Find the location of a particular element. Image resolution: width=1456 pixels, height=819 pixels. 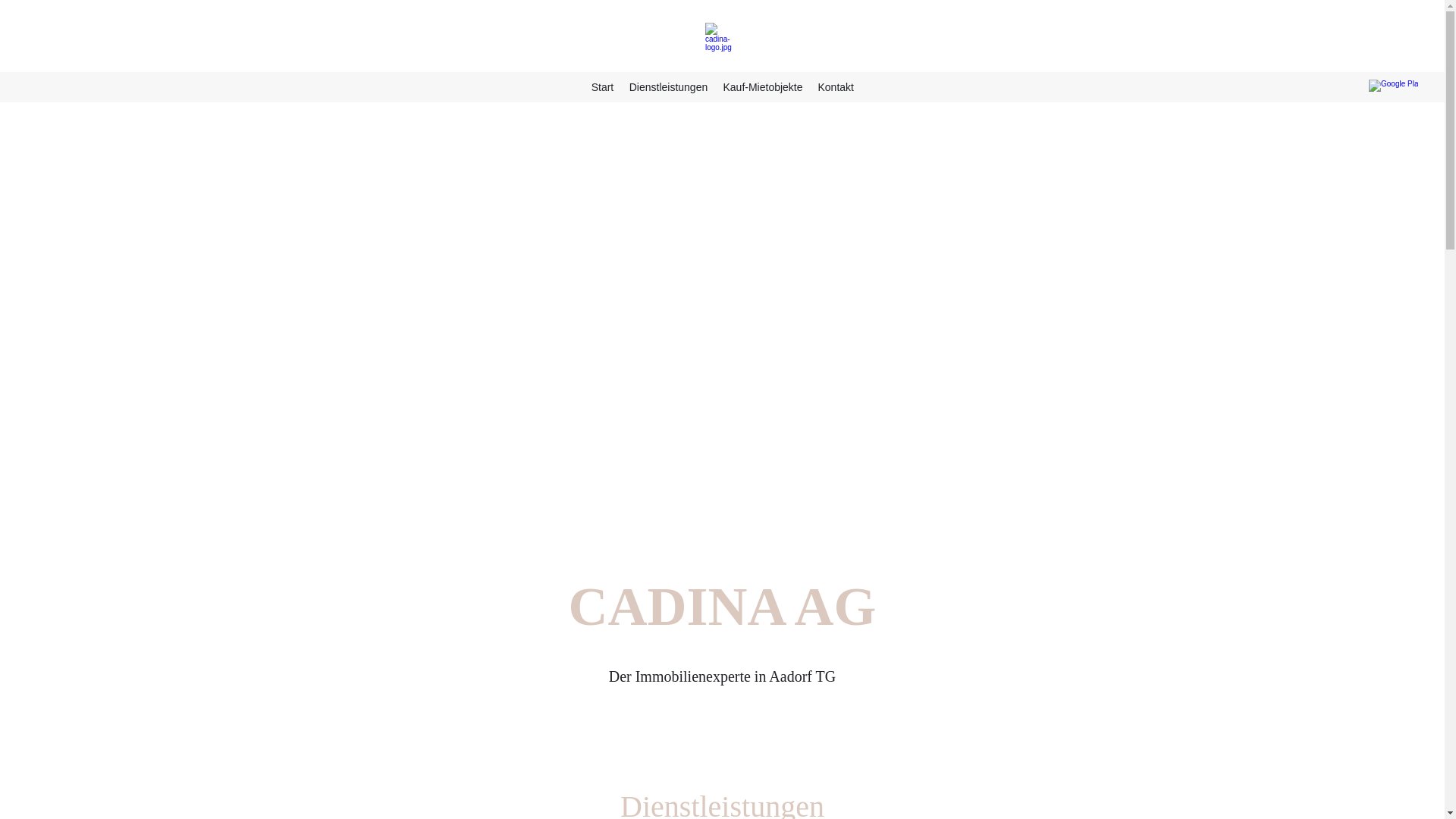

'Kauf-Mietobjekte' is located at coordinates (762, 87).